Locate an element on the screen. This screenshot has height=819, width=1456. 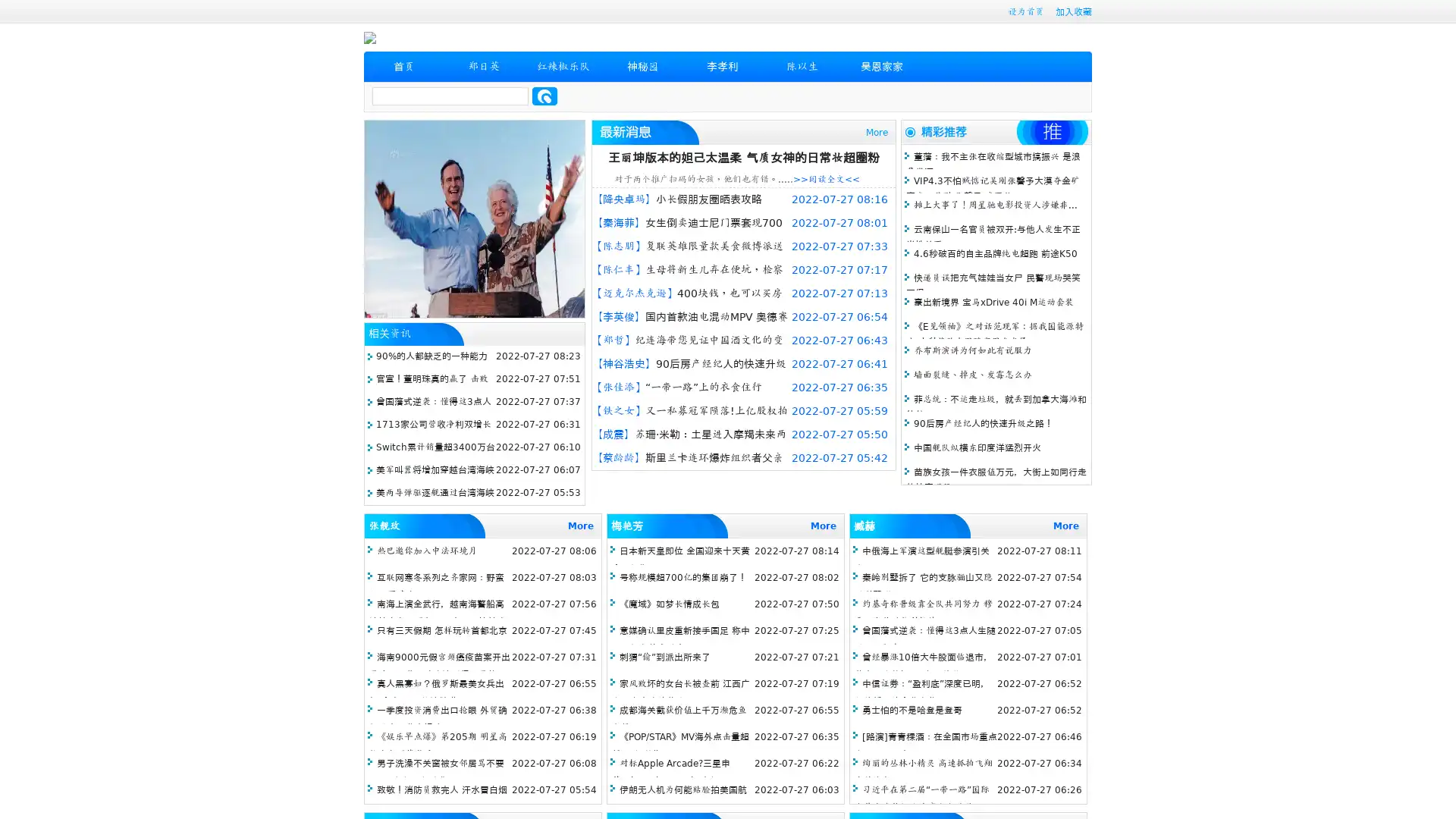
Search is located at coordinates (544, 96).